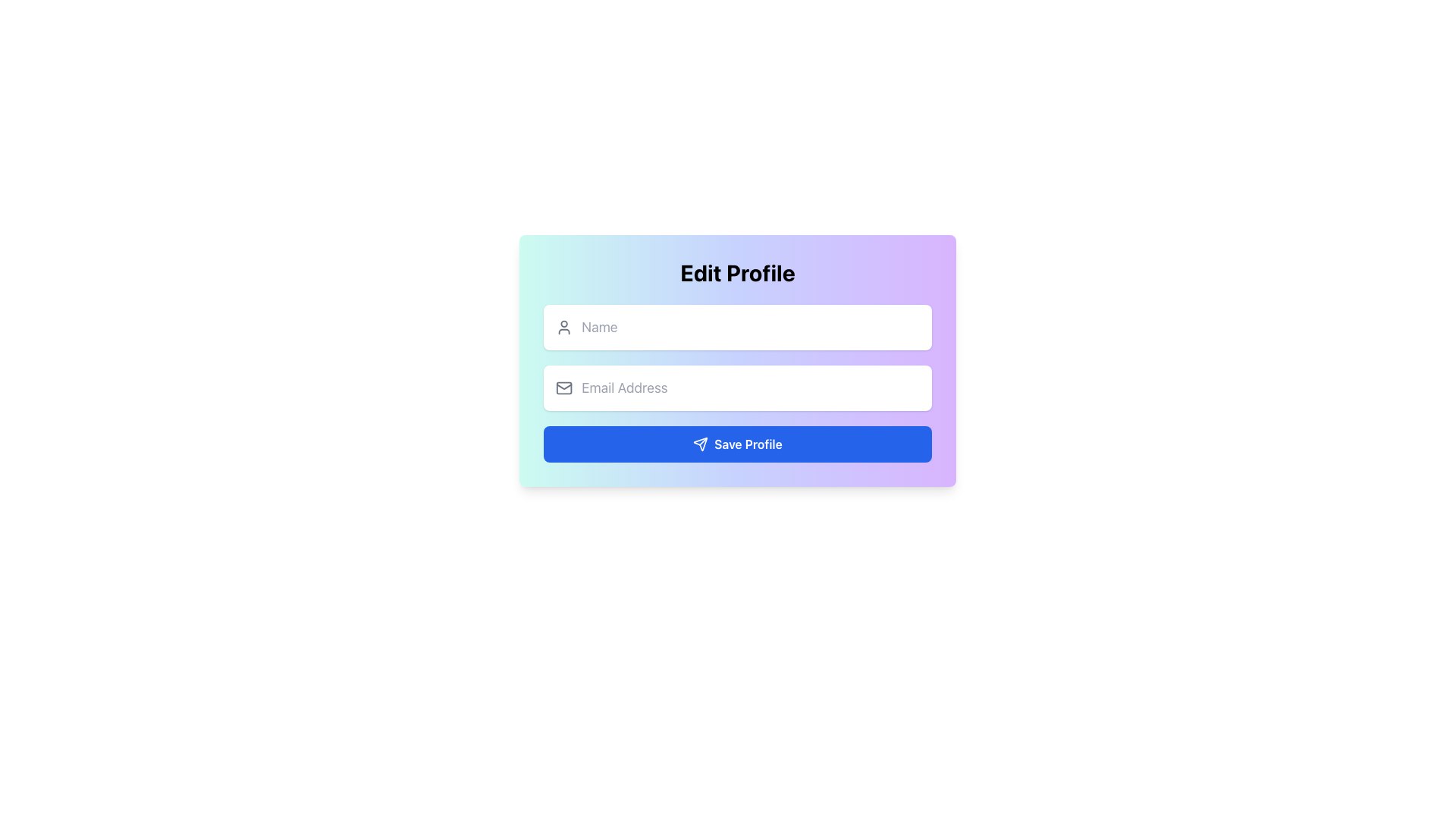  I want to click on the 'Edit Profile' header text, which is prominently displayed in bold at the top of a card interface with a gradient background, so click(738, 271).